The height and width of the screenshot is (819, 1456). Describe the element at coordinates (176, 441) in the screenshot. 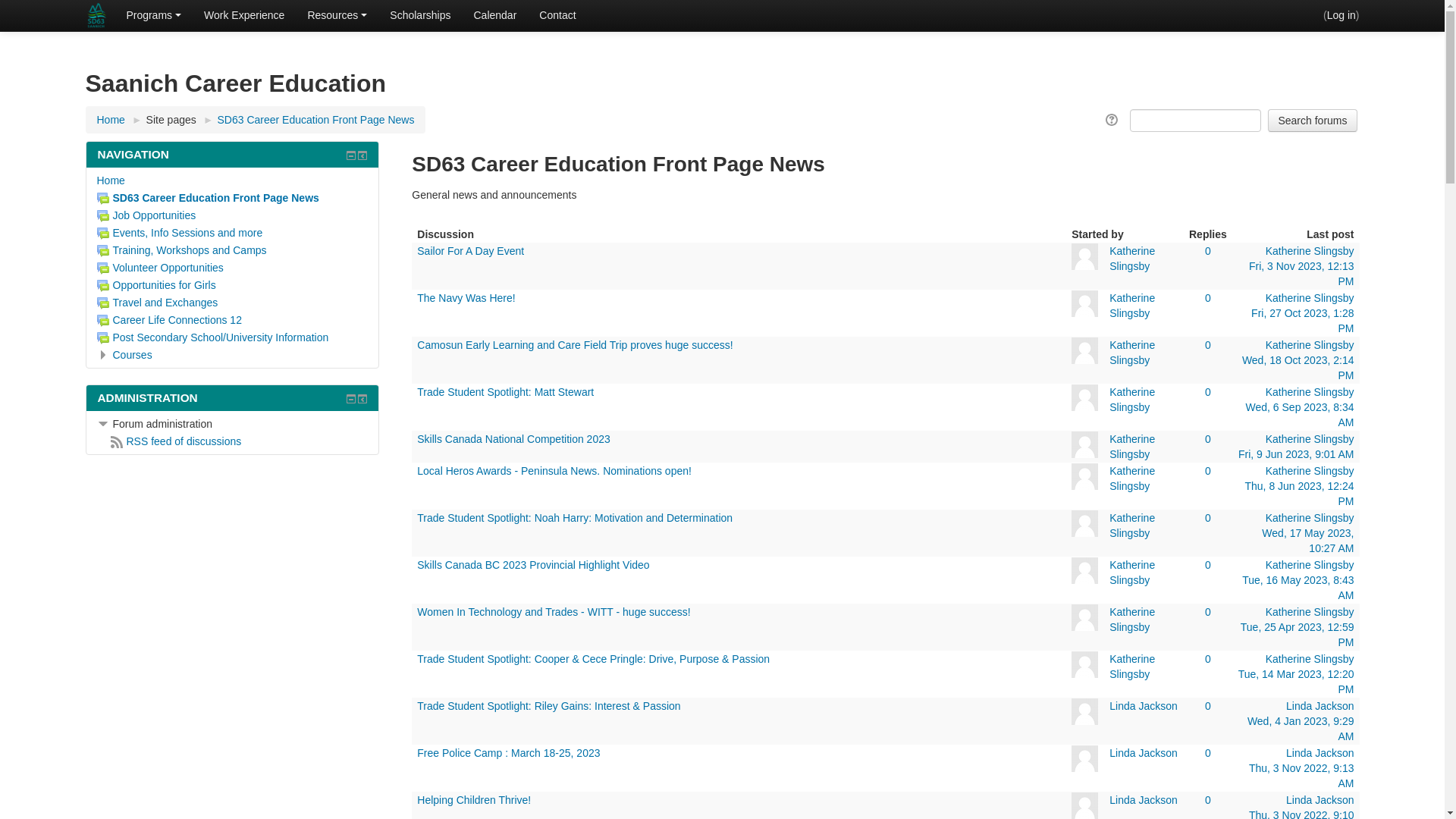

I see `'RSS feed of discussions'` at that location.